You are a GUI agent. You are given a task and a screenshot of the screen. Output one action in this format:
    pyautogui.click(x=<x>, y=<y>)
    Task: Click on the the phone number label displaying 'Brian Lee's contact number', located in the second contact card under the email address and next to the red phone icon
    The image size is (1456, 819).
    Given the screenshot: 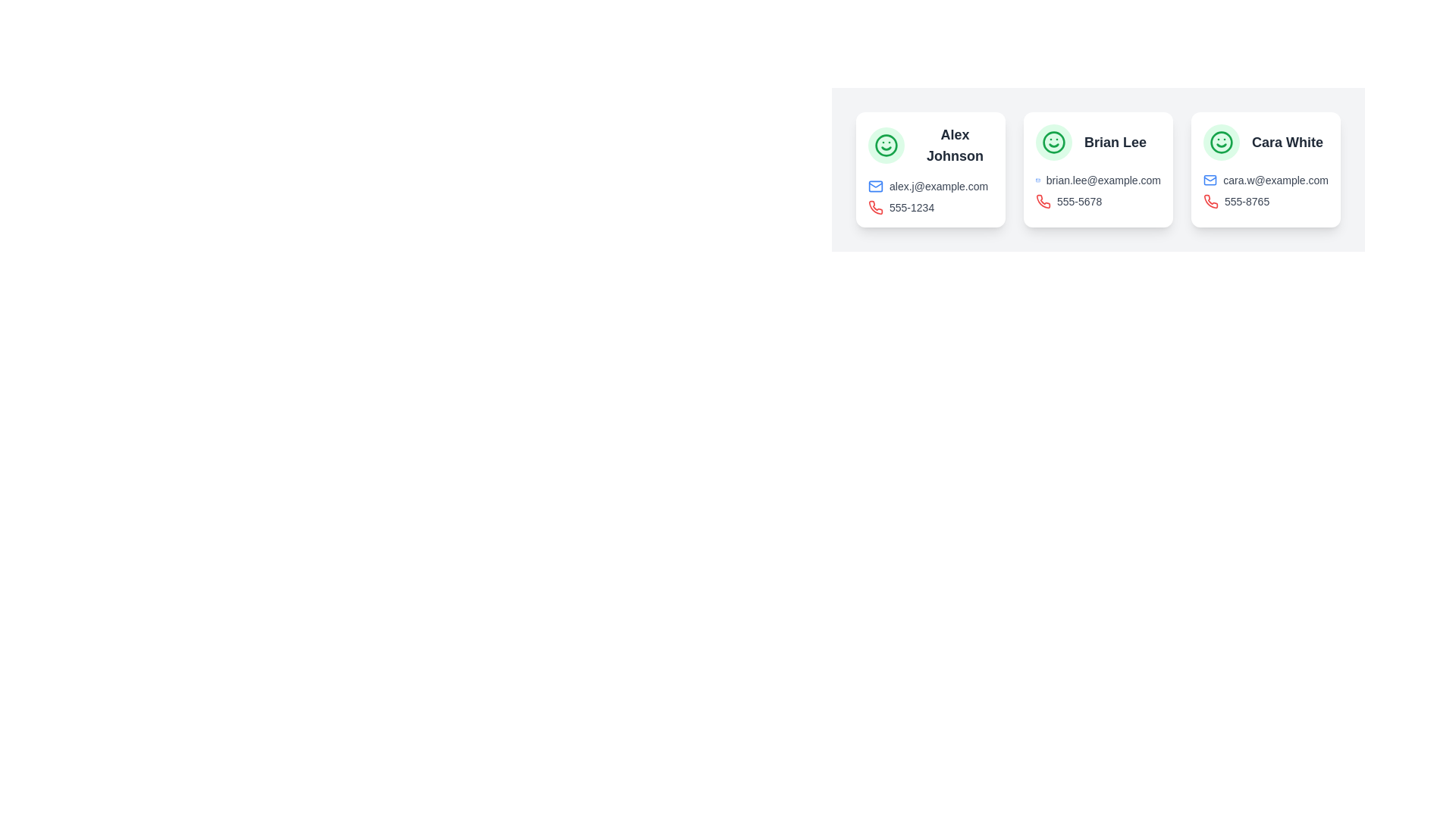 What is the action you would take?
    pyautogui.click(x=1078, y=201)
    